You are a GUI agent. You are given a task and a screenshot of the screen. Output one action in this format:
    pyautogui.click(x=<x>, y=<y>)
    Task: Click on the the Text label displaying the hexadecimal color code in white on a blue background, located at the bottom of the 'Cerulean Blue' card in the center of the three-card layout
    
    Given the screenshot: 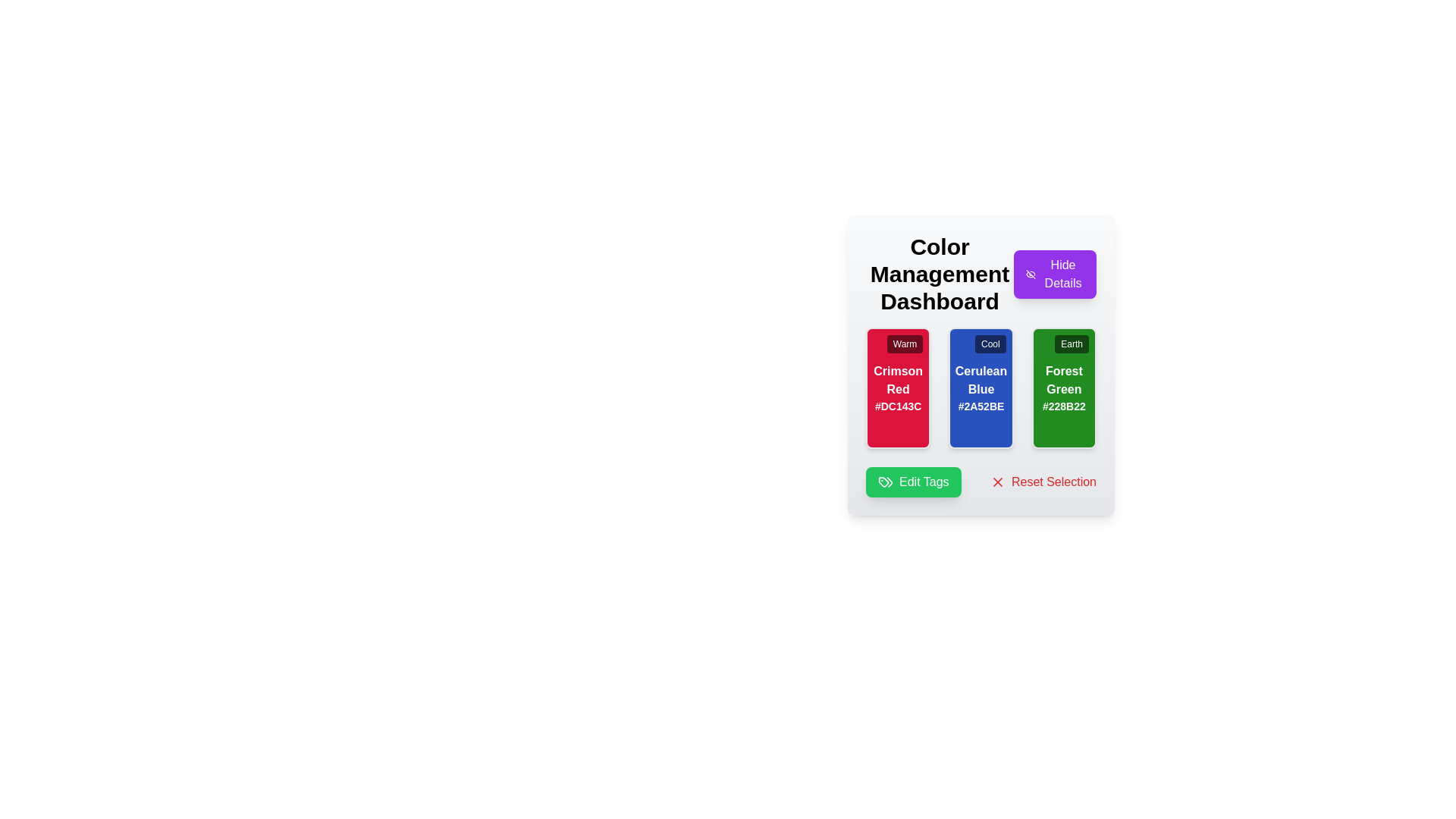 What is the action you would take?
    pyautogui.click(x=981, y=406)
    